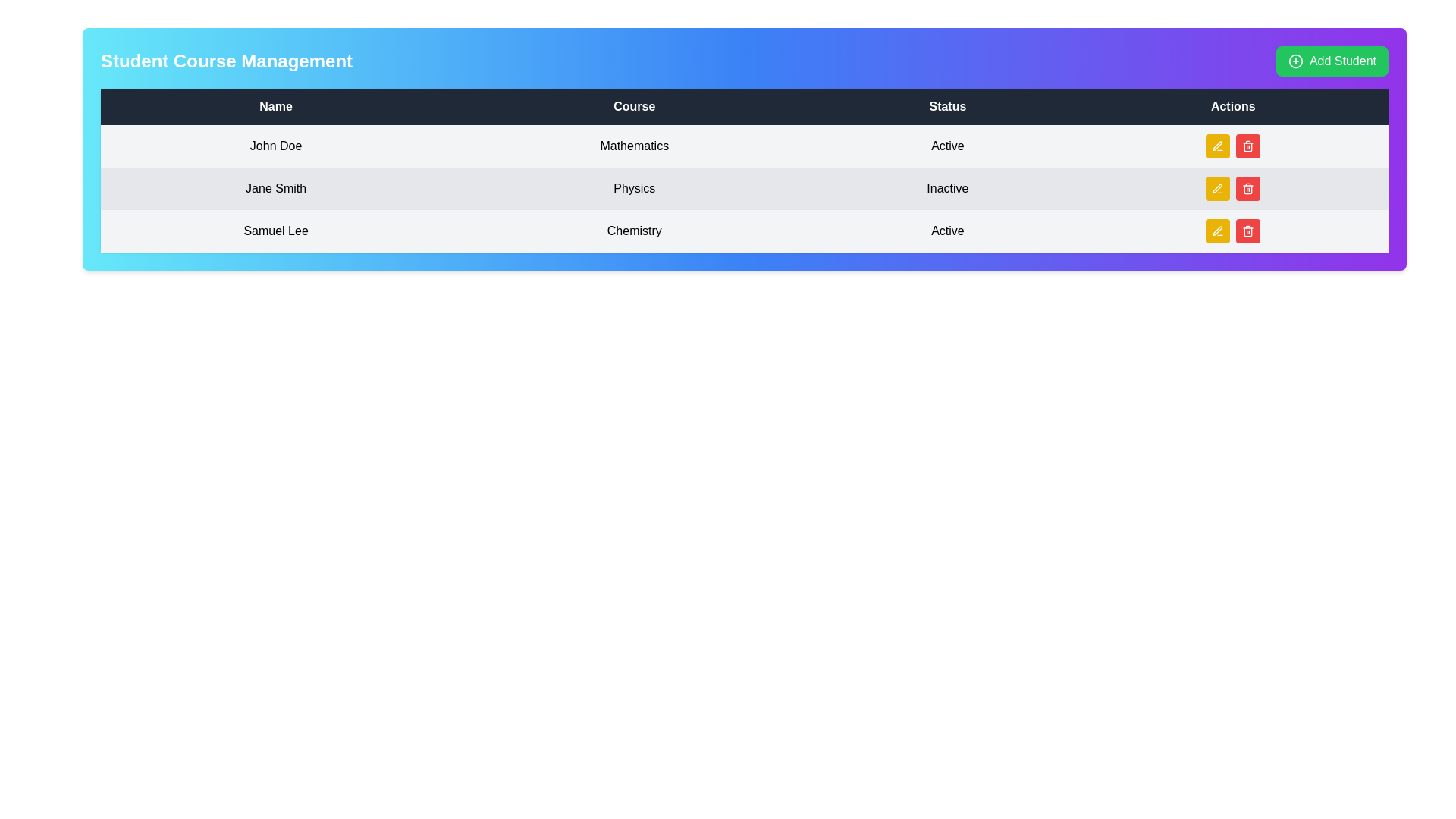 The width and height of the screenshot is (1456, 819). I want to click on the table row item displaying 'John Doe', 'Mathematics', and 'Active', so click(745, 146).